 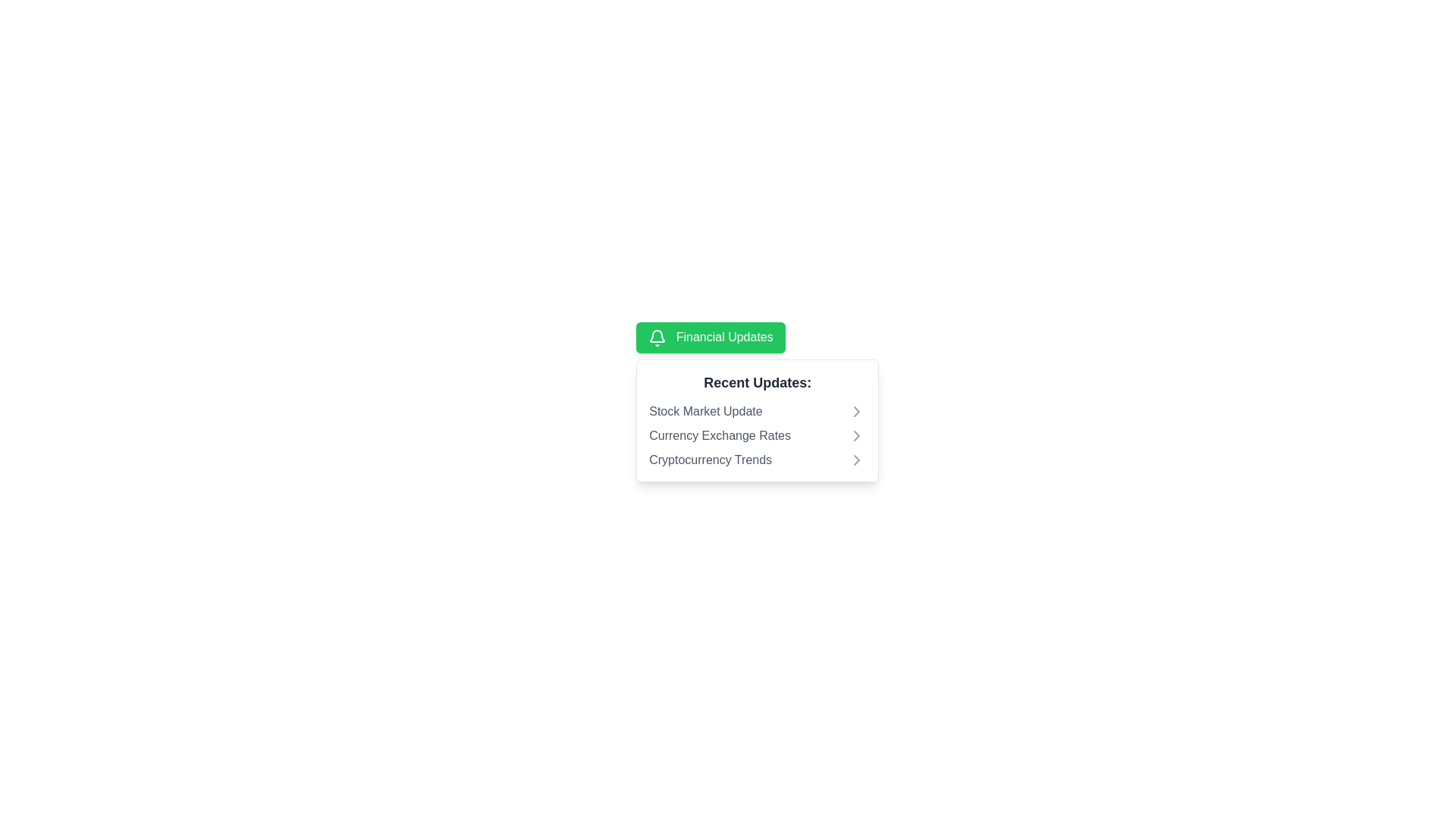 I want to click on the green rectangular button labeled 'Financial Updates' with a white bell icon, located near the top of the 'Recent Updates:' dropdown menu, so click(x=710, y=337).